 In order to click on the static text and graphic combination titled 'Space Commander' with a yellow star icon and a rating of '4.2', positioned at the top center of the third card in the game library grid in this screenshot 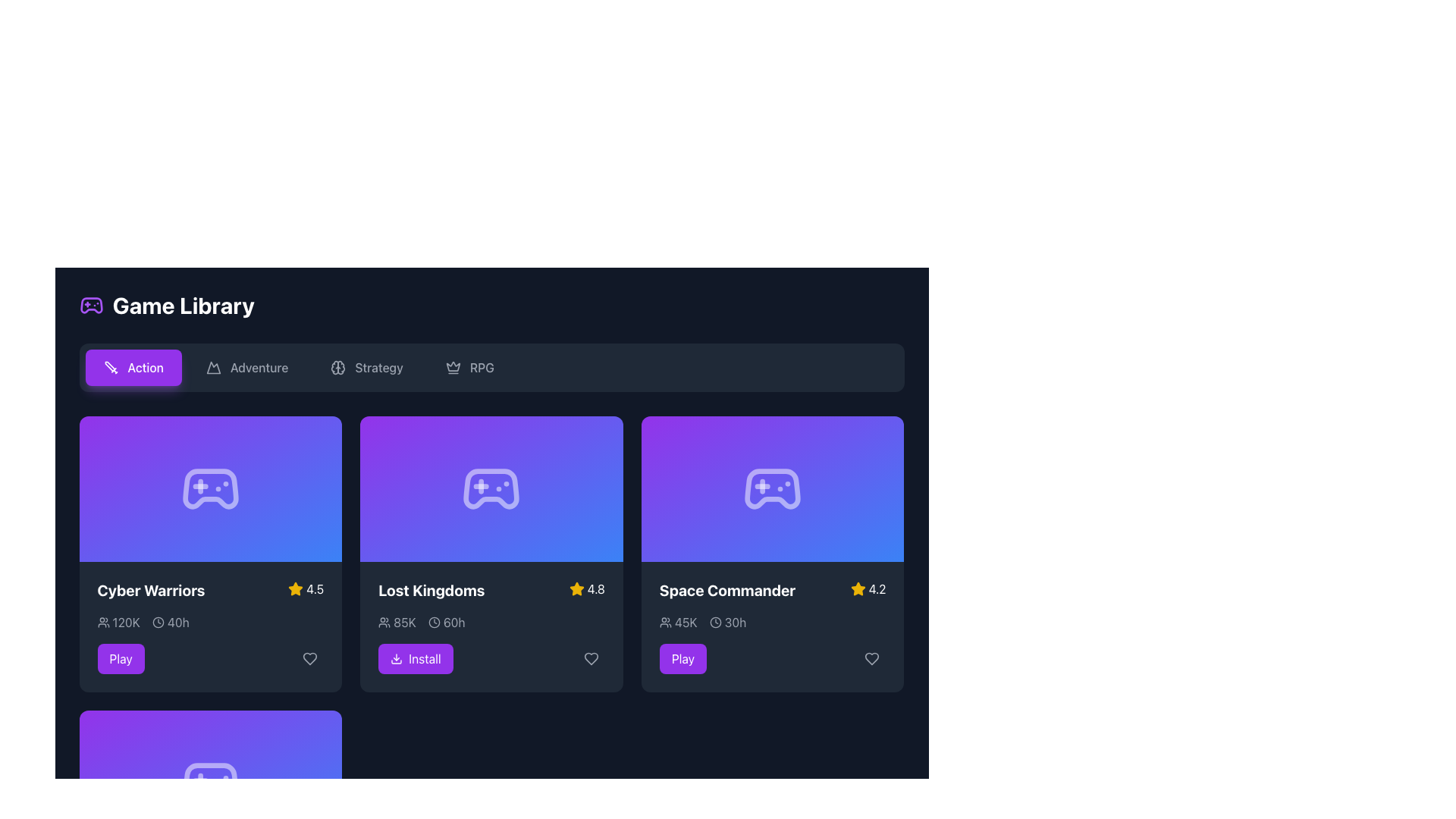, I will do `click(773, 590)`.